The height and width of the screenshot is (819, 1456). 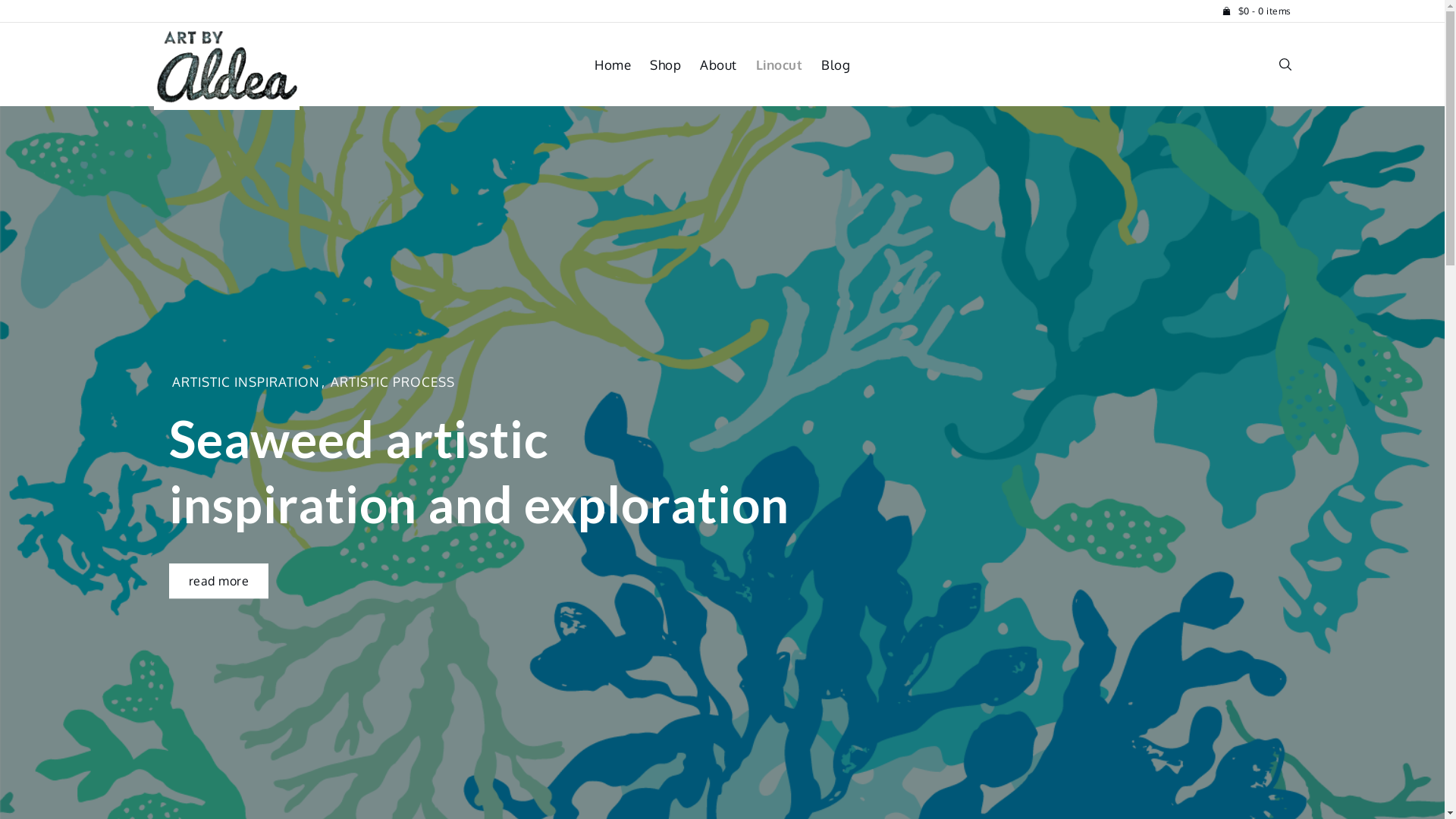 I want to click on 'Linocut', so click(x=755, y=64).